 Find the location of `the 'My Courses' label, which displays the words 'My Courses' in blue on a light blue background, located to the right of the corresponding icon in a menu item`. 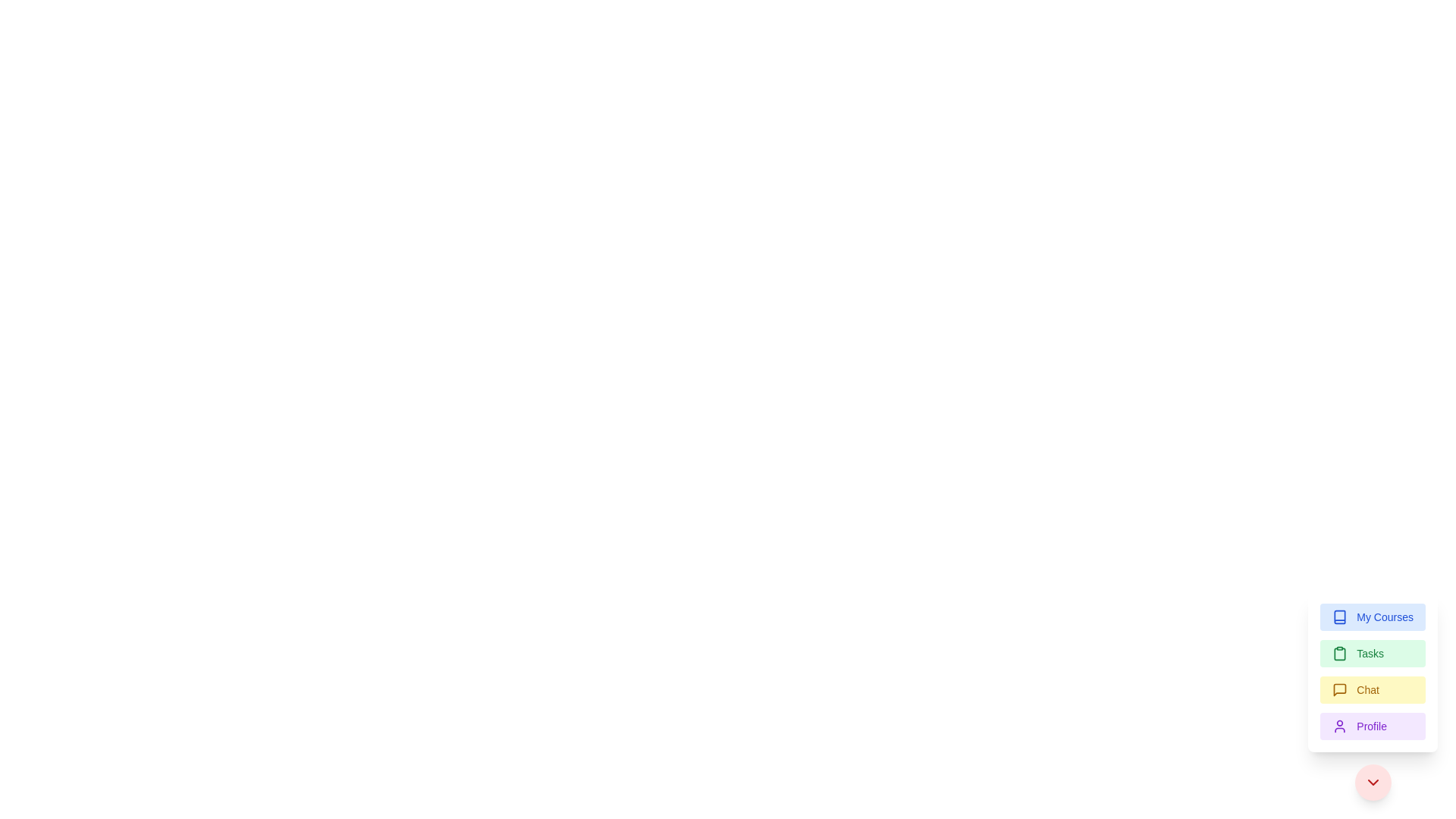

the 'My Courses' label, which displays the words 'My Courses' in blue on a light blue background, located to the right of the corresponding icon in a menu item is located at coordinates (1385, 617).